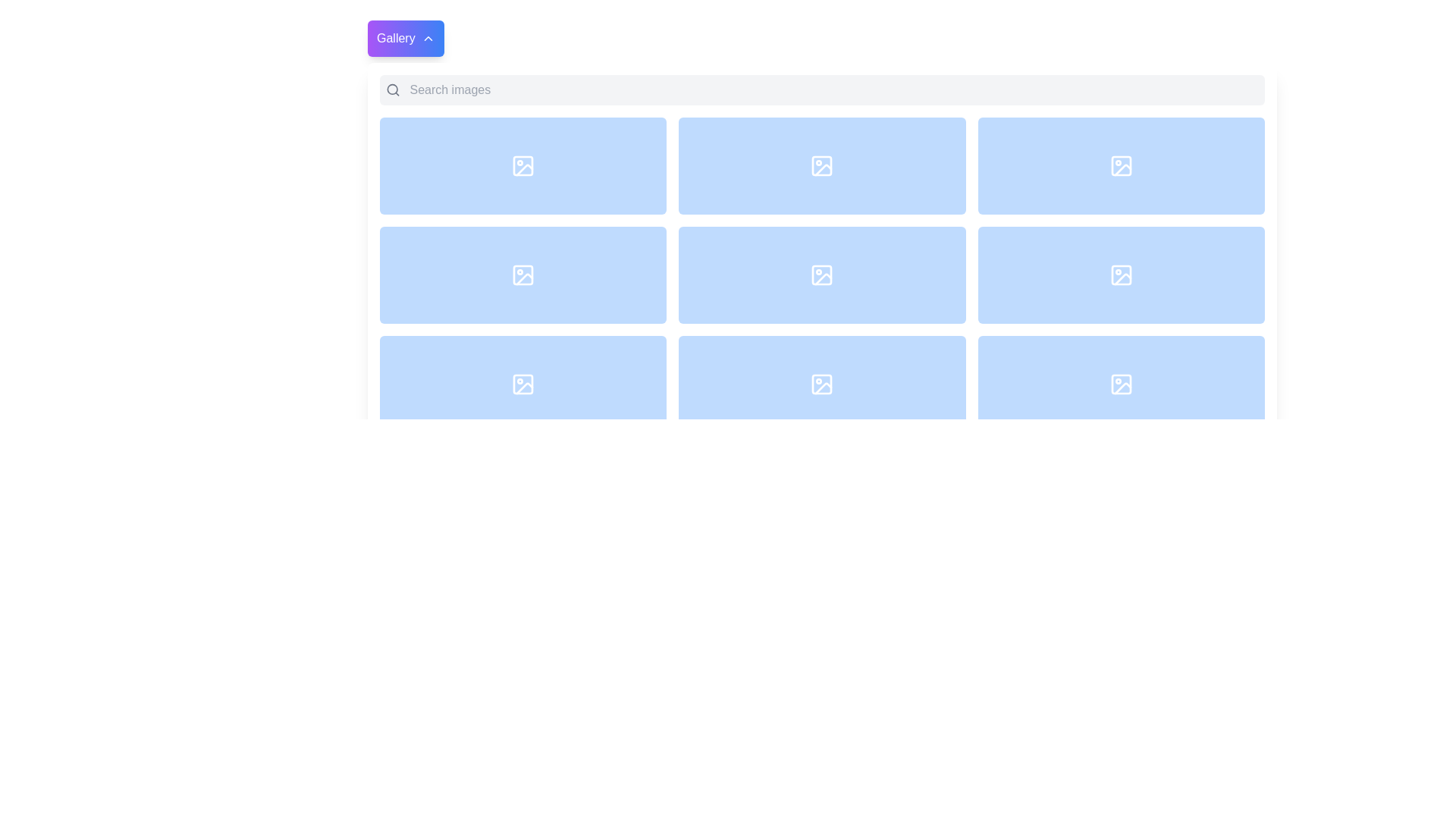  I want to click on the image placeholder icon located centrally in the middle box of a three-by-three grid layout with a rounded border and shaded blue background, so click(523, 275).